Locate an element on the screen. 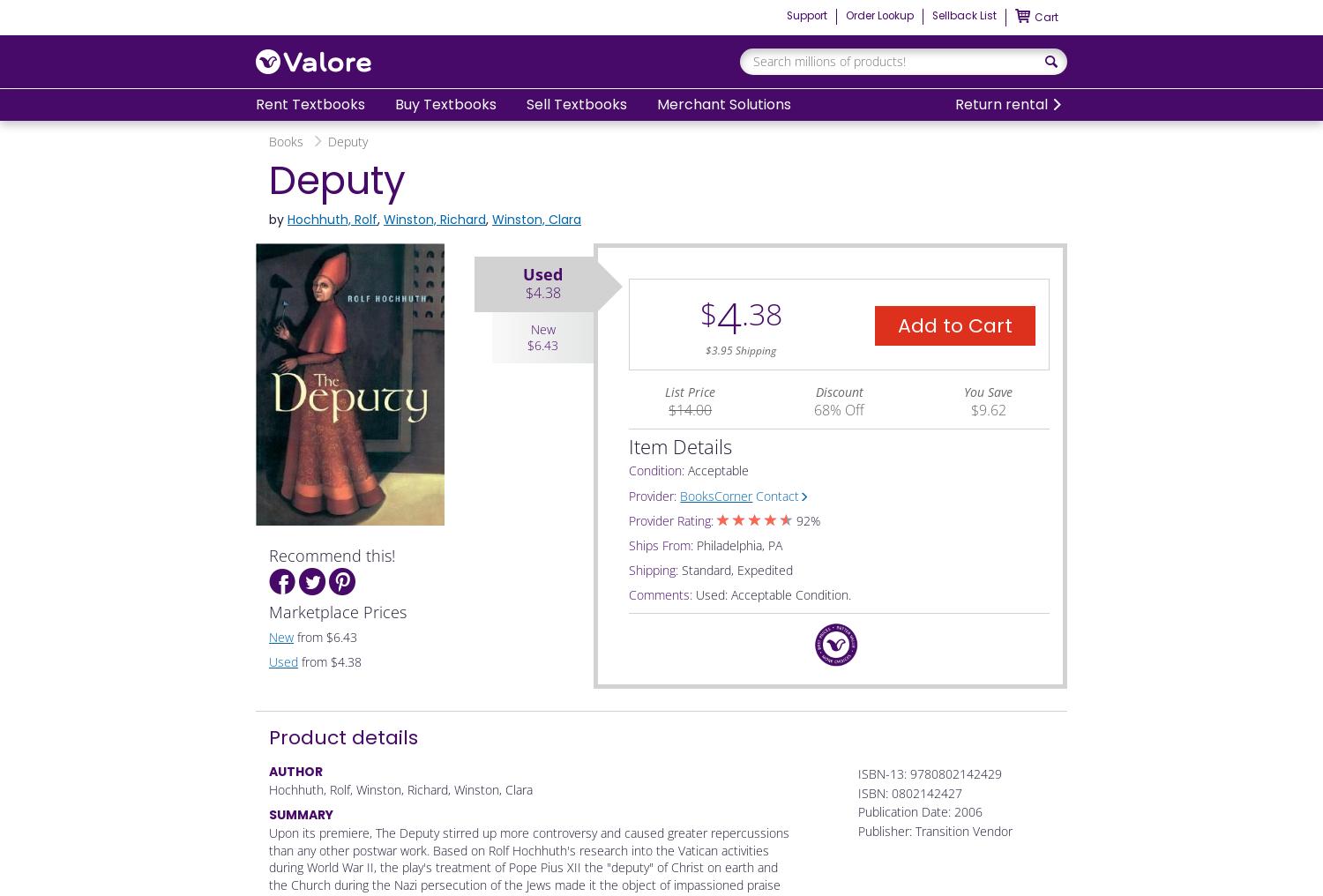  'Return rental' is located at coordinates (1000, 103).